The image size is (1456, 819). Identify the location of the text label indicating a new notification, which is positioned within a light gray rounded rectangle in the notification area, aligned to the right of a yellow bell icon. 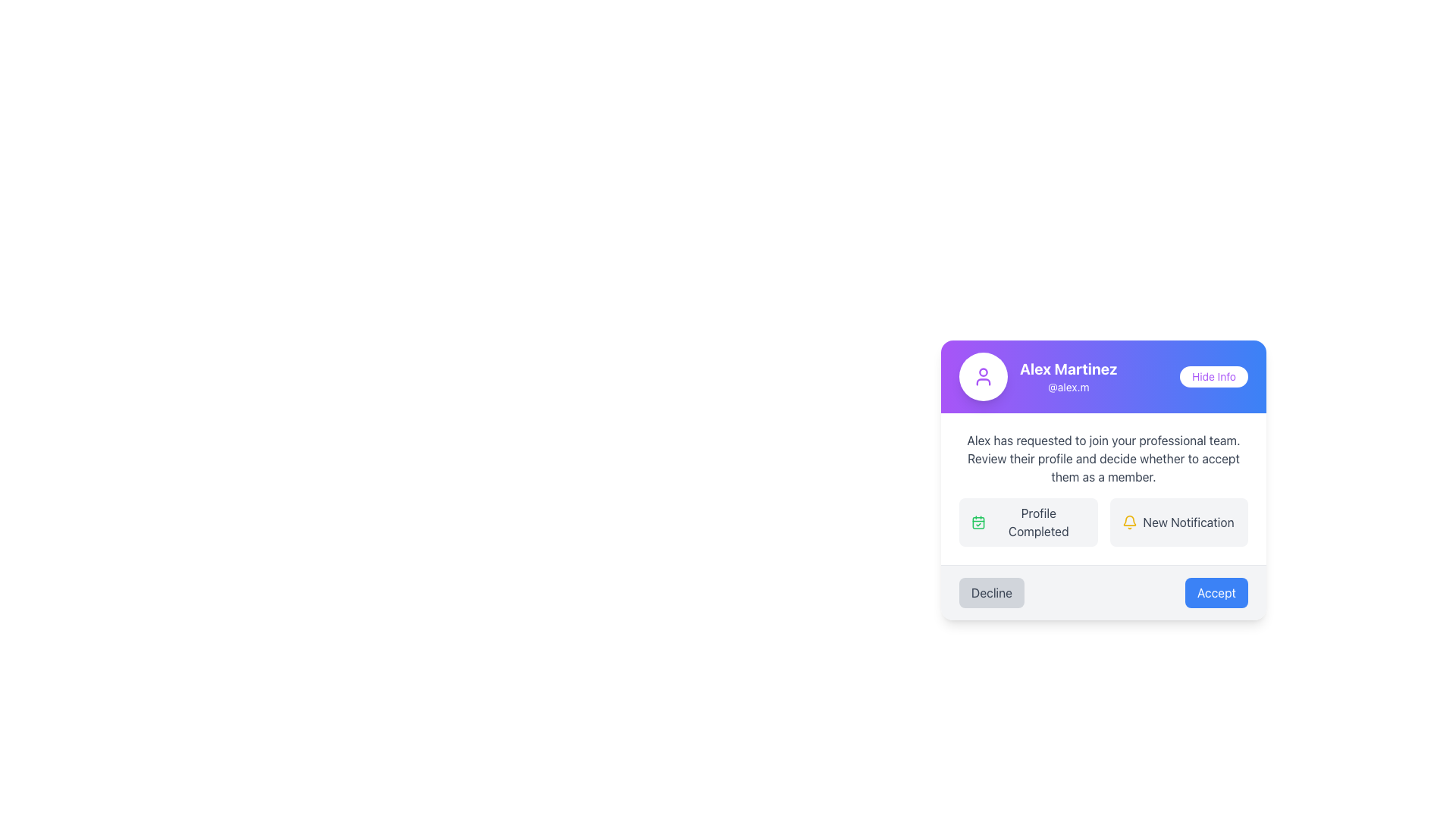
(1188, 522).